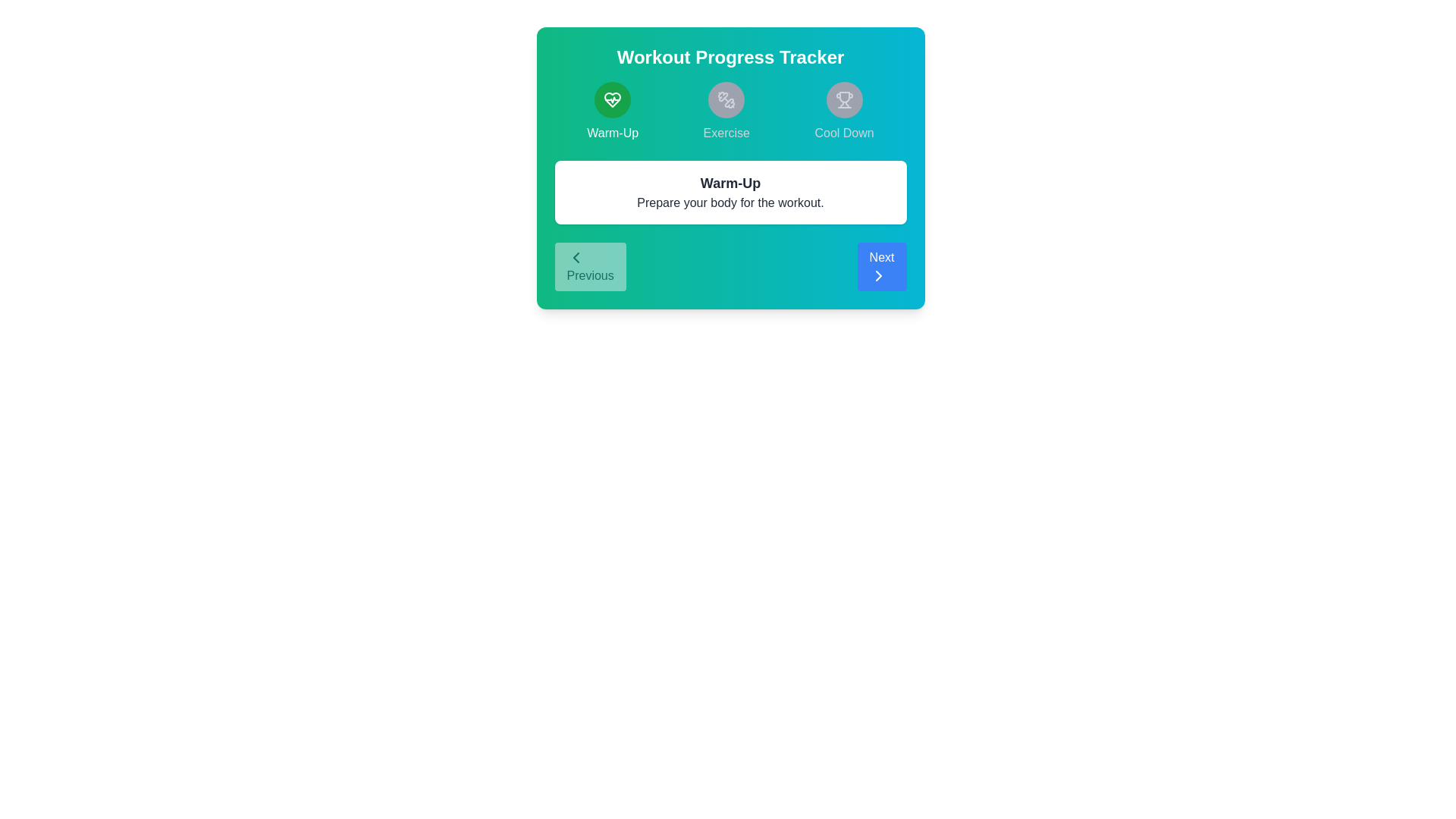  I want to click on the navigation button to move to the next phase, so click(882, 265).